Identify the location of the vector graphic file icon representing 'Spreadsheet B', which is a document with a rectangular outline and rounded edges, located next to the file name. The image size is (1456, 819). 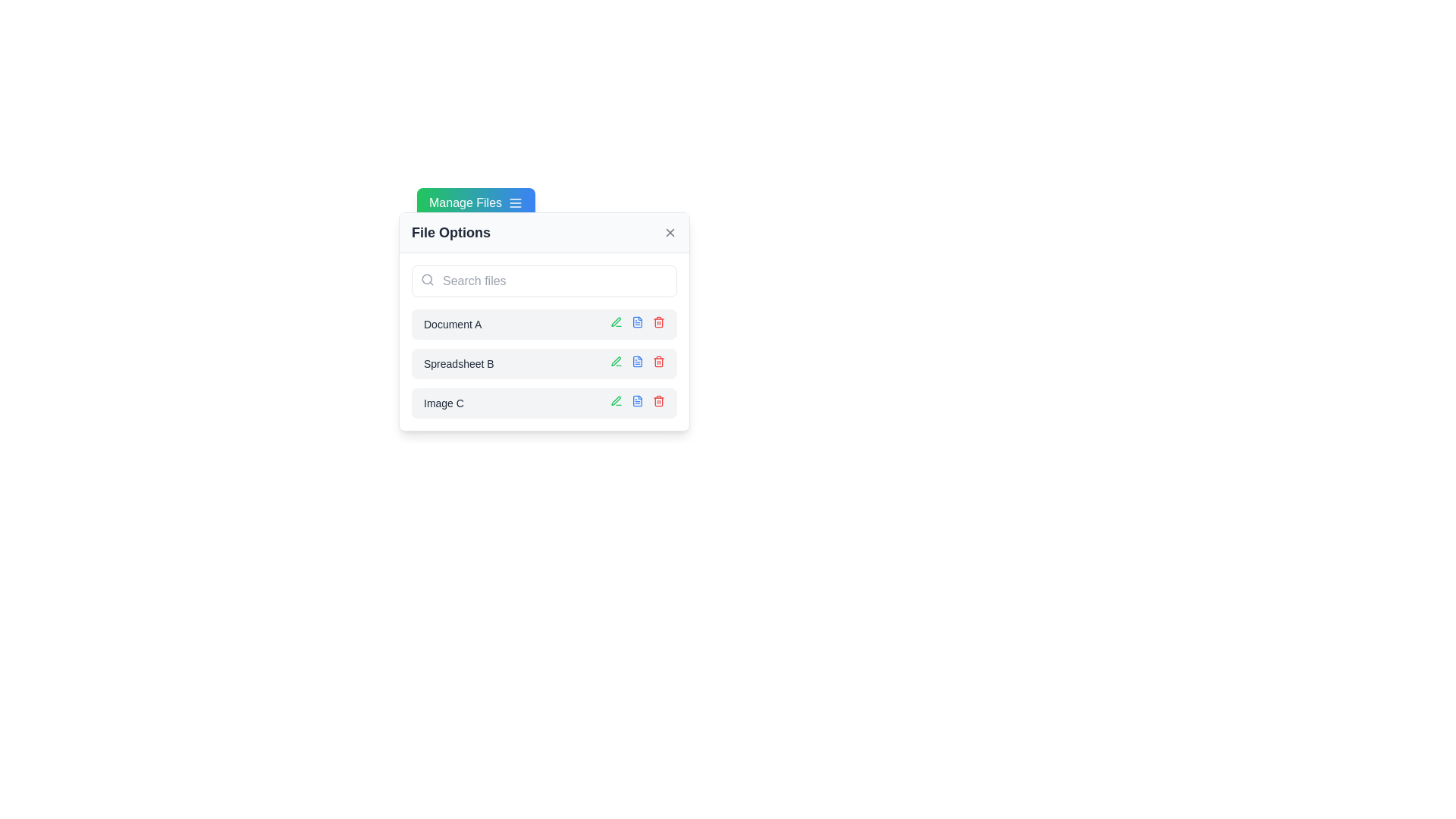
(637, 362).